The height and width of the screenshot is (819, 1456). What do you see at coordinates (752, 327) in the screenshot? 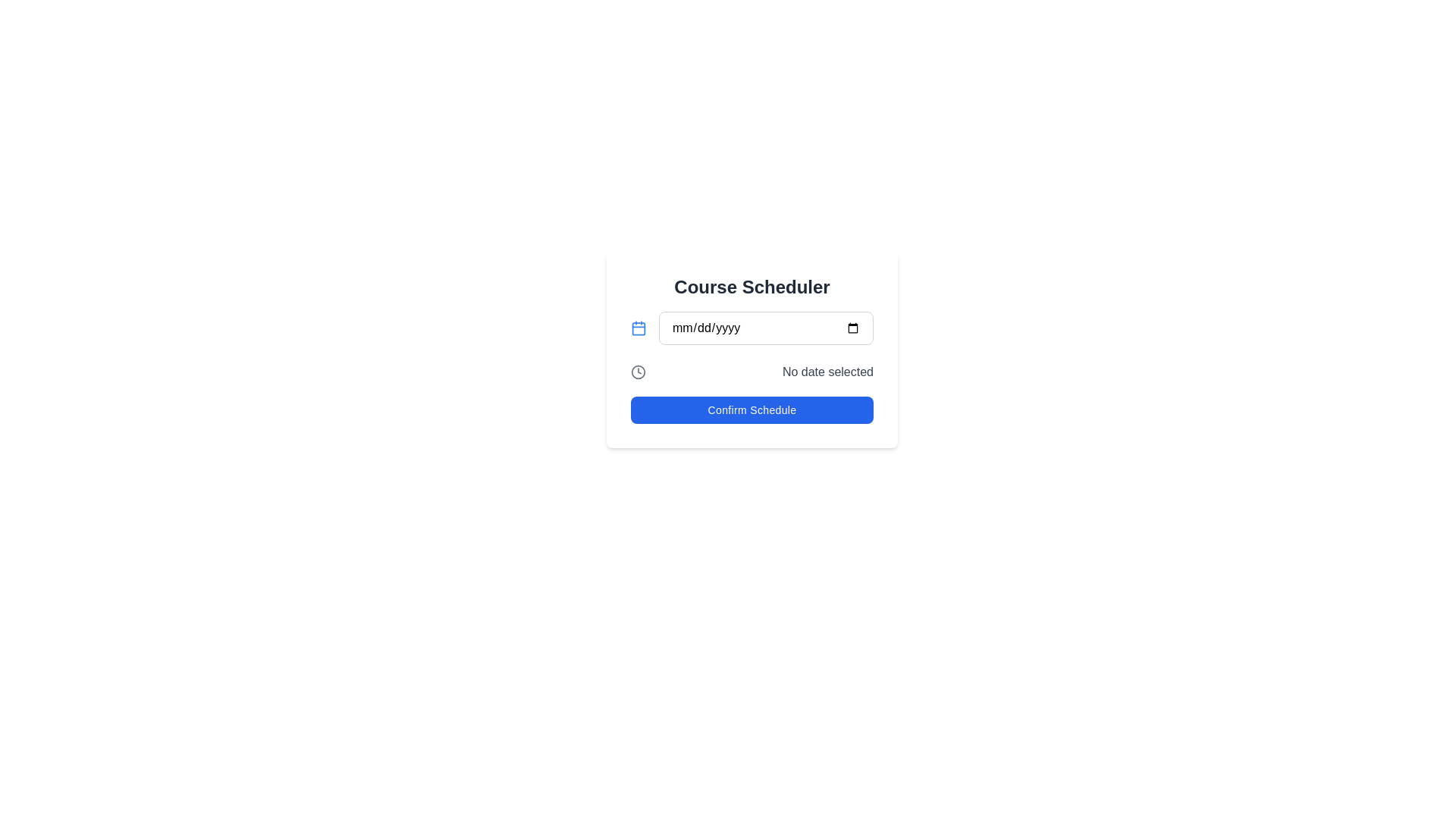
I see `inside the Date Input Field, which is the second row under the title 'Course Scheduler' within a white card layout, to type a date` at bounding box center [752, 327].